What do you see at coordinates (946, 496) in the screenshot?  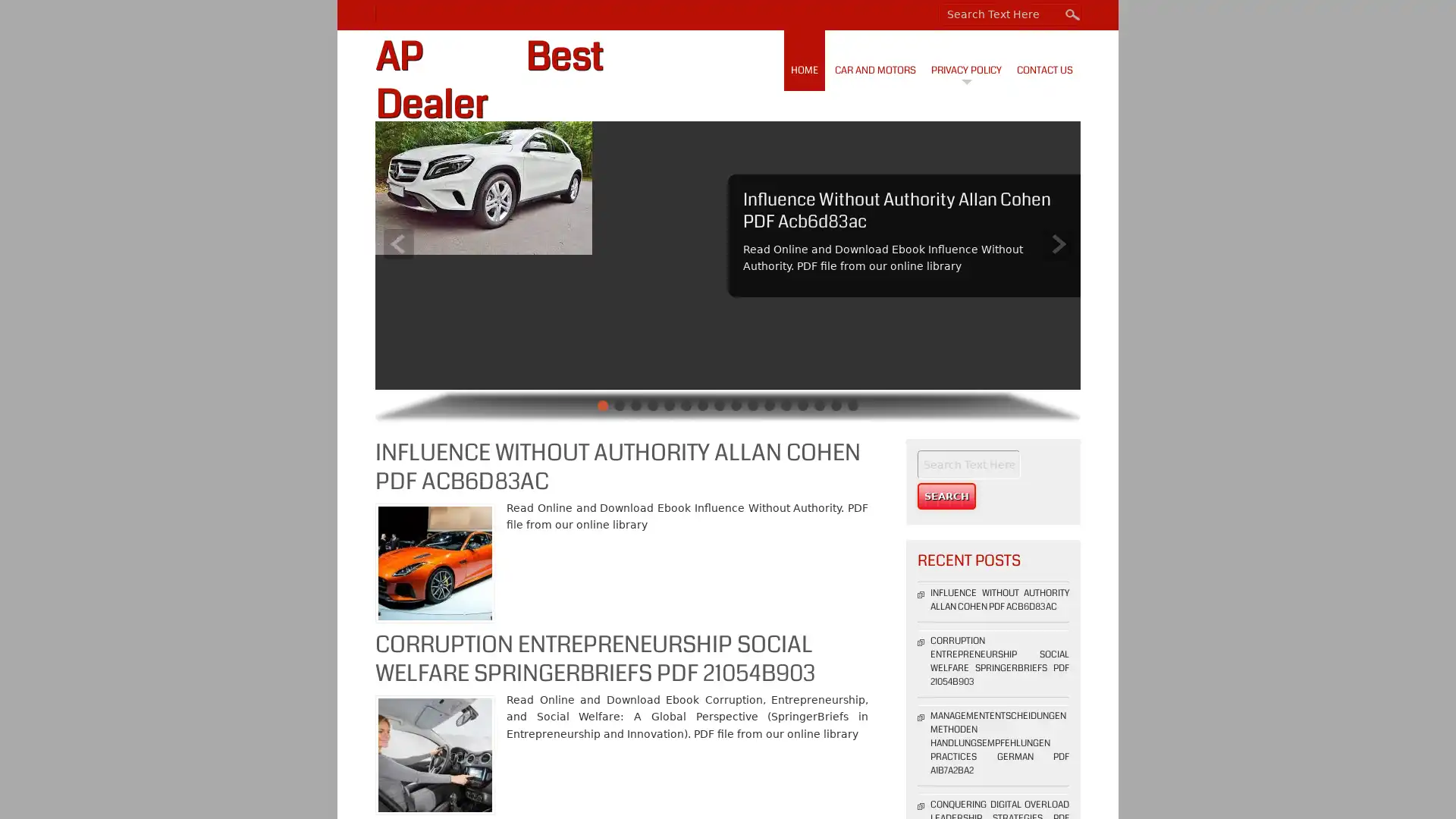 I see `Search` at bounding box center [946, 496].